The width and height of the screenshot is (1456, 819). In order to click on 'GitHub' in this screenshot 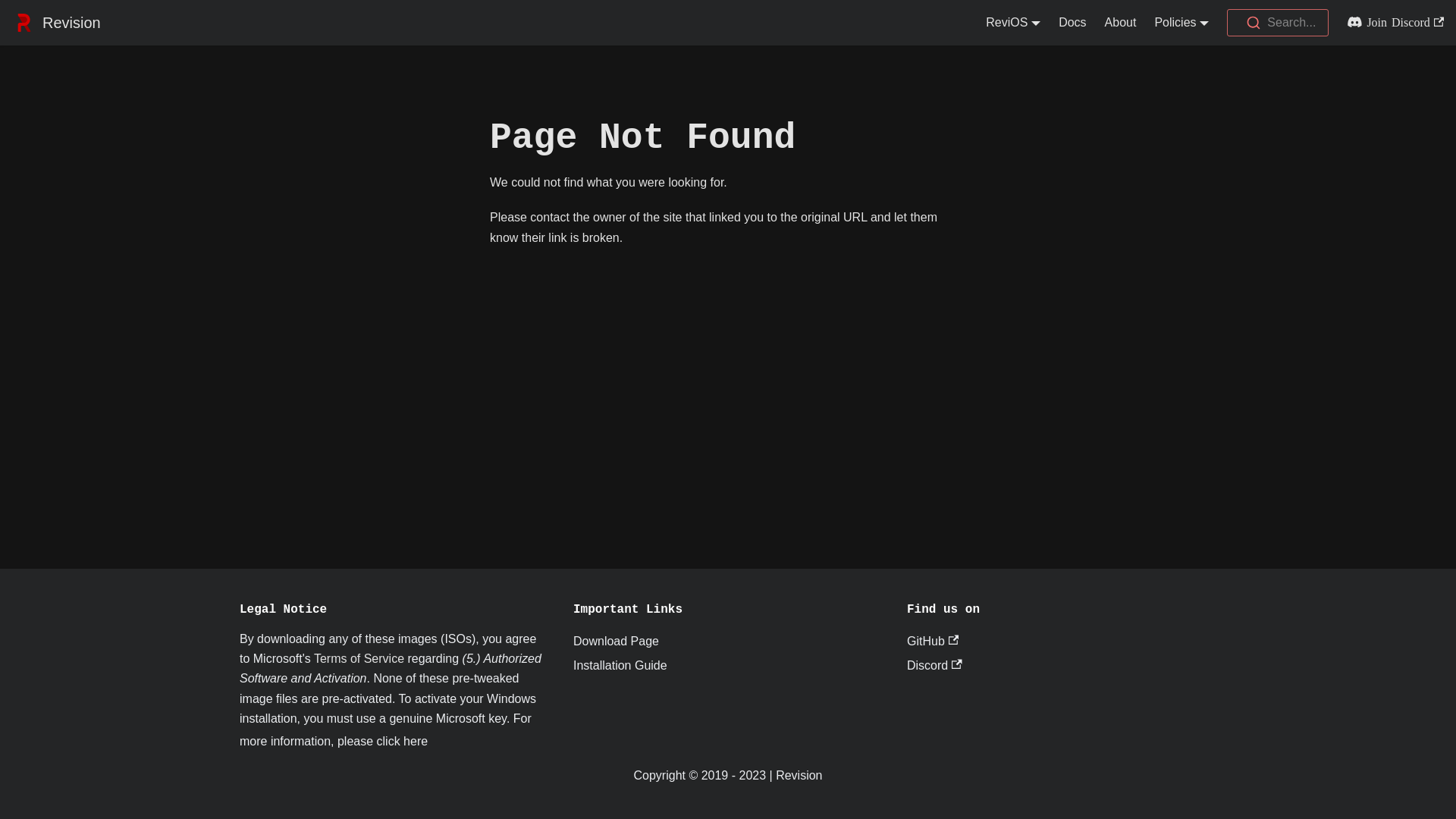, I will do `click(931, 641)`.